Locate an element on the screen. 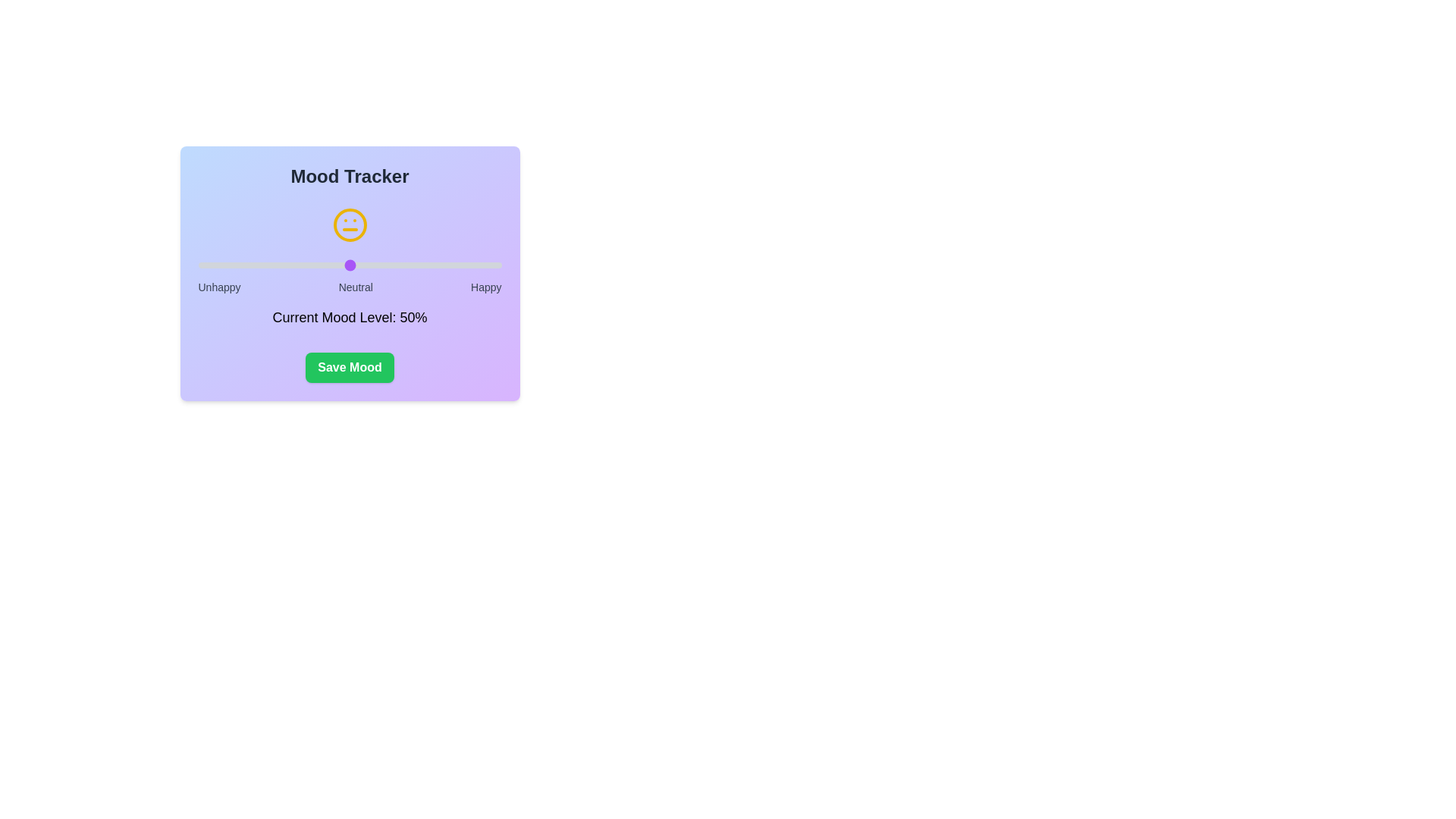 This screenshot has width=1456, height=819. the mood level to 82% using the slider is located at coordinates (446, 265).